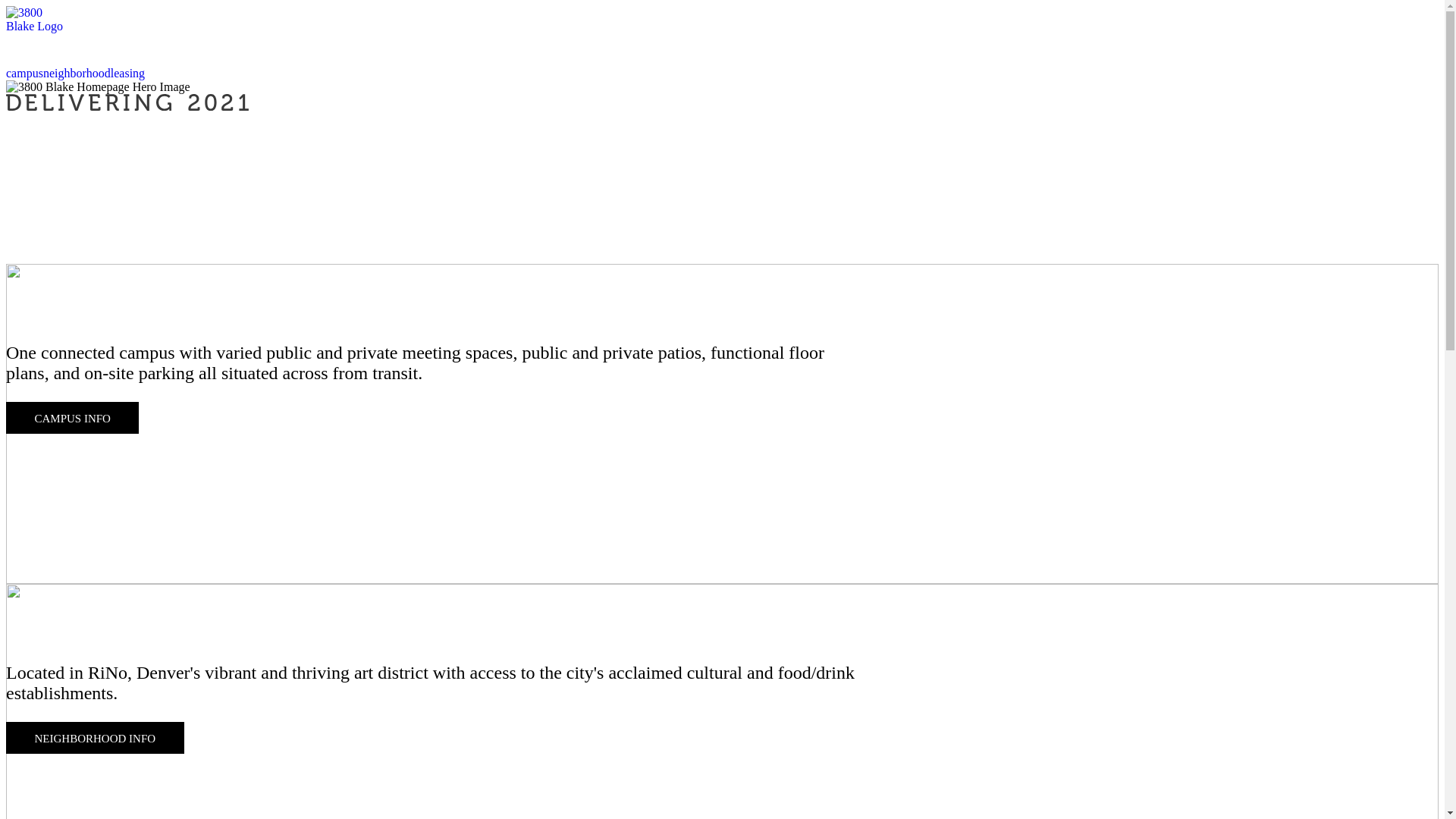 The image size is (1456, 819). What do you see at coordinates (24, 73) in the screenshot?
I see `'campus'` at bounding box center [24, 73].